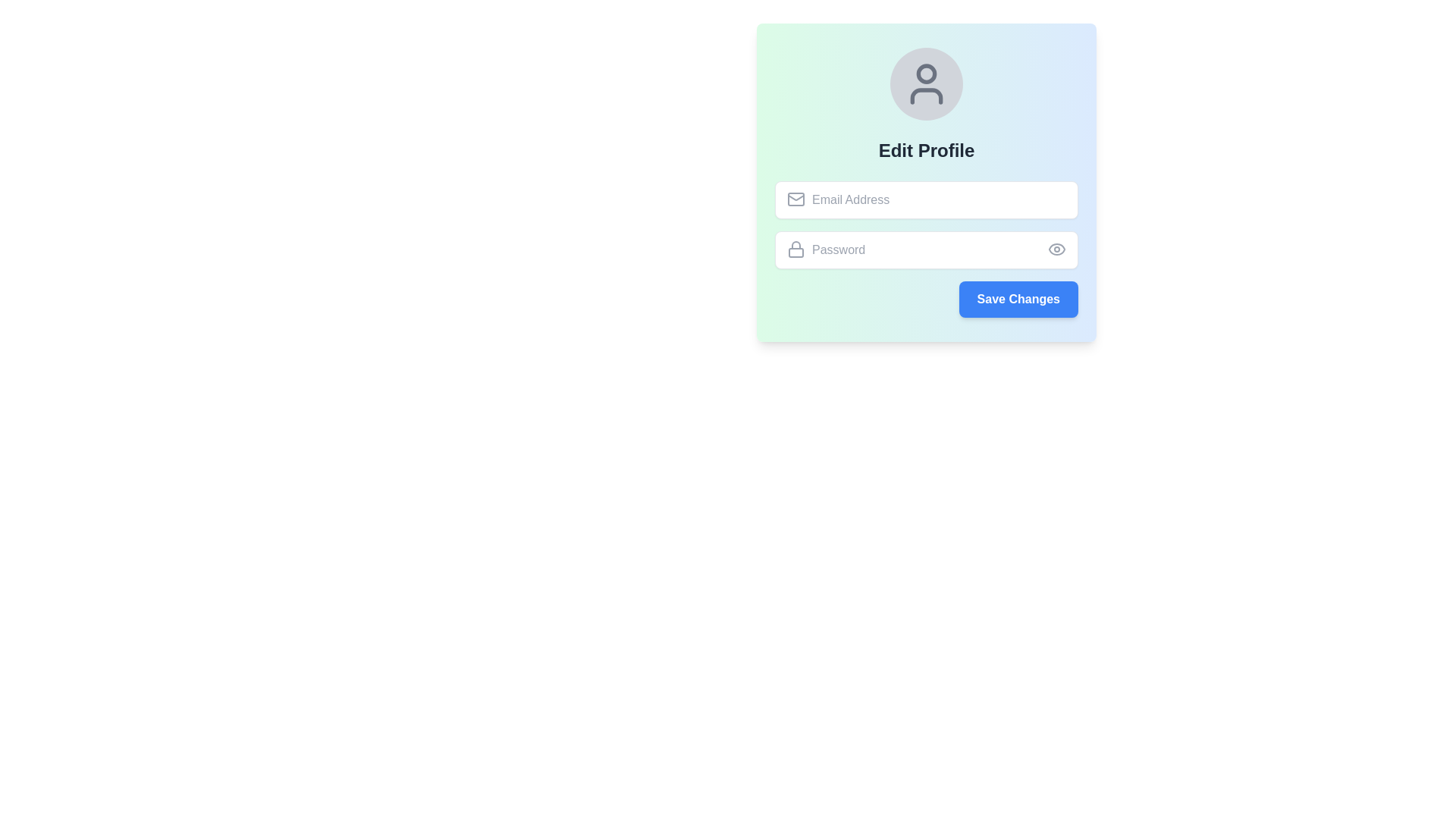 Image resolution: width=1456 pixels, height=819 pixels. I want to click on the password indicator icon located on the left side of the password input field, just before the placeholder text 'Password', so click(795, 248).